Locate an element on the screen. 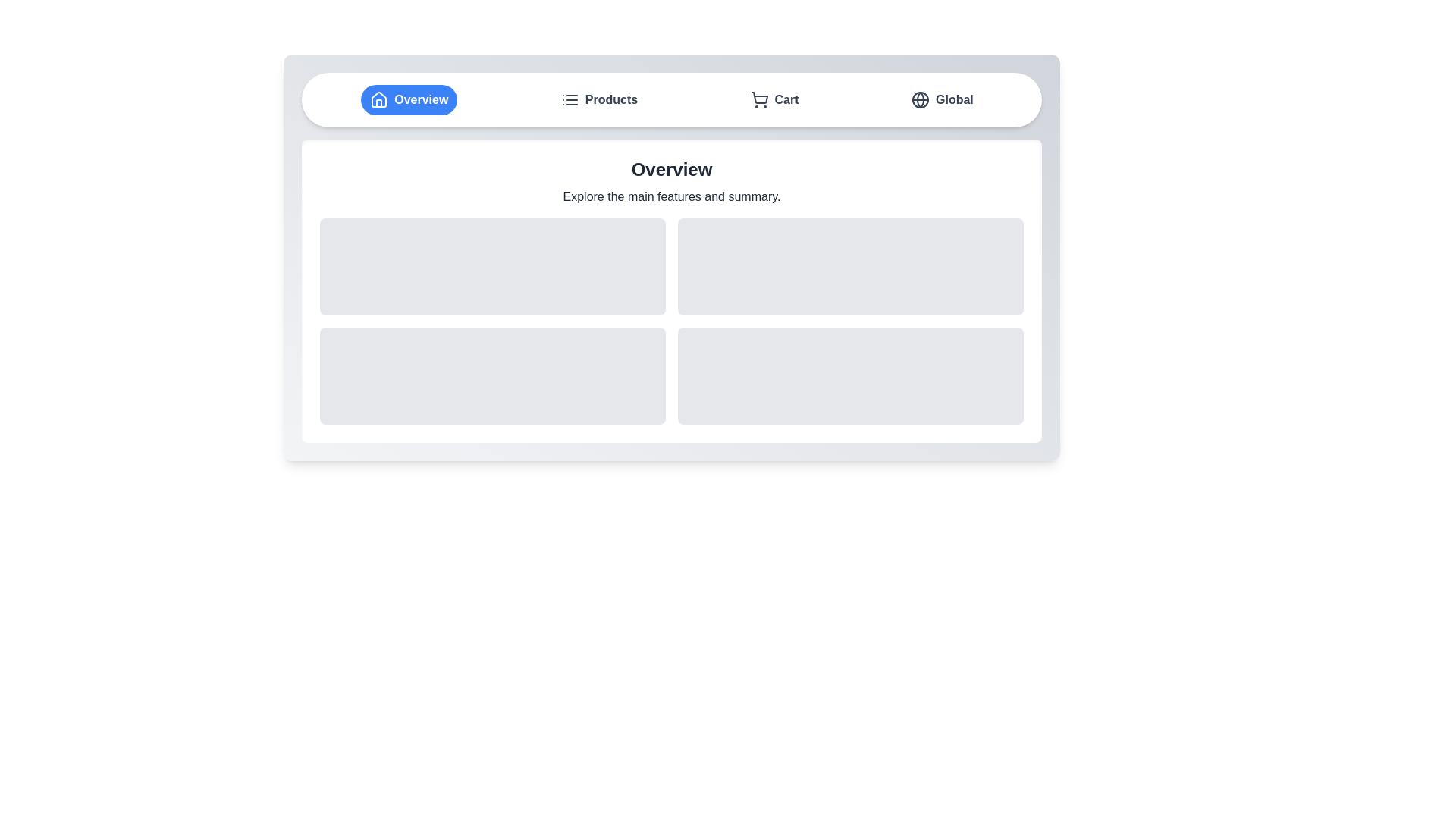 The height and width of the screenshot is (819, 1456). the Products tab to observe visual feedback is located at coordinates (598, 99).